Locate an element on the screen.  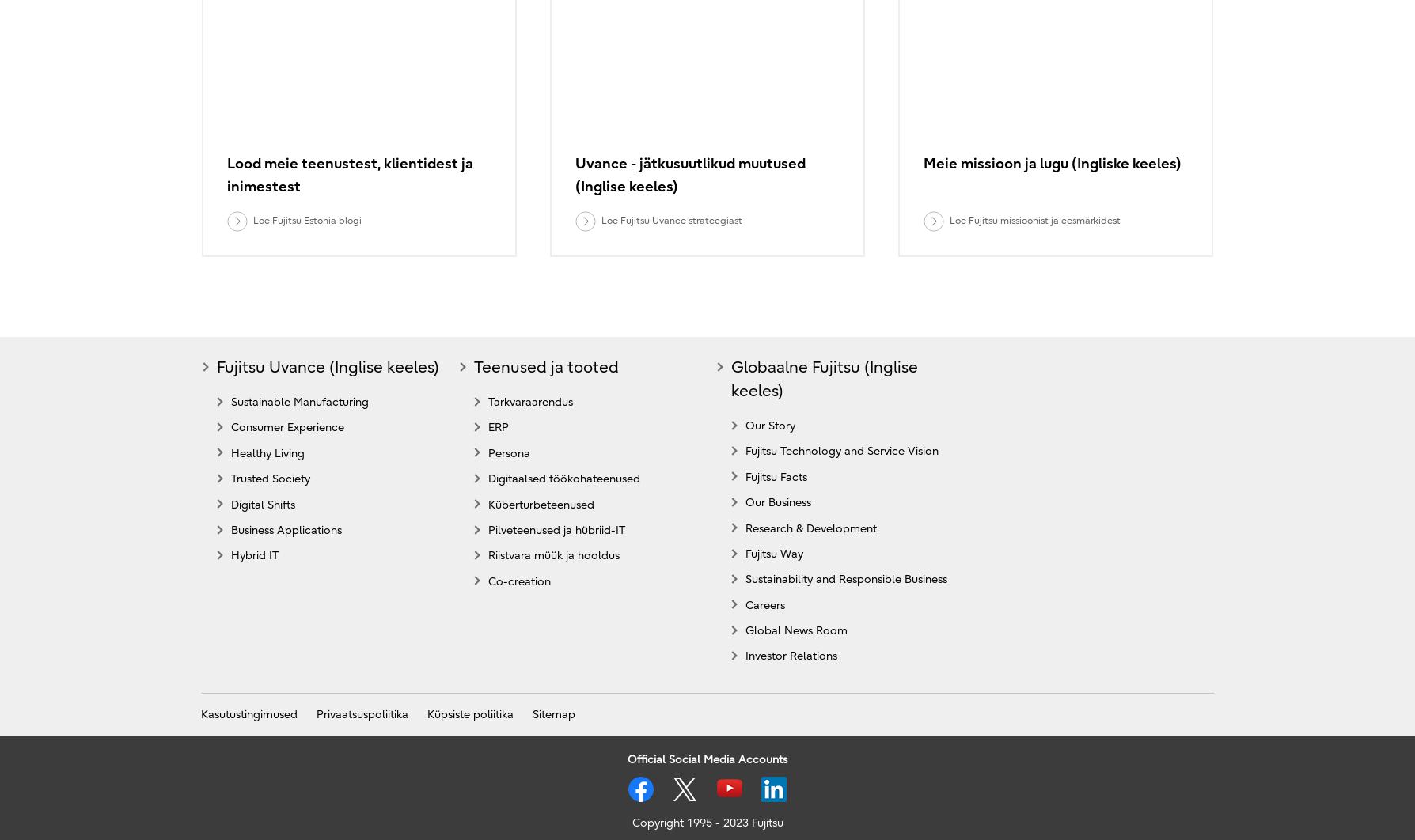
'Loe Fujitsu Estonia blogi' is located at coordinates (305, 219).